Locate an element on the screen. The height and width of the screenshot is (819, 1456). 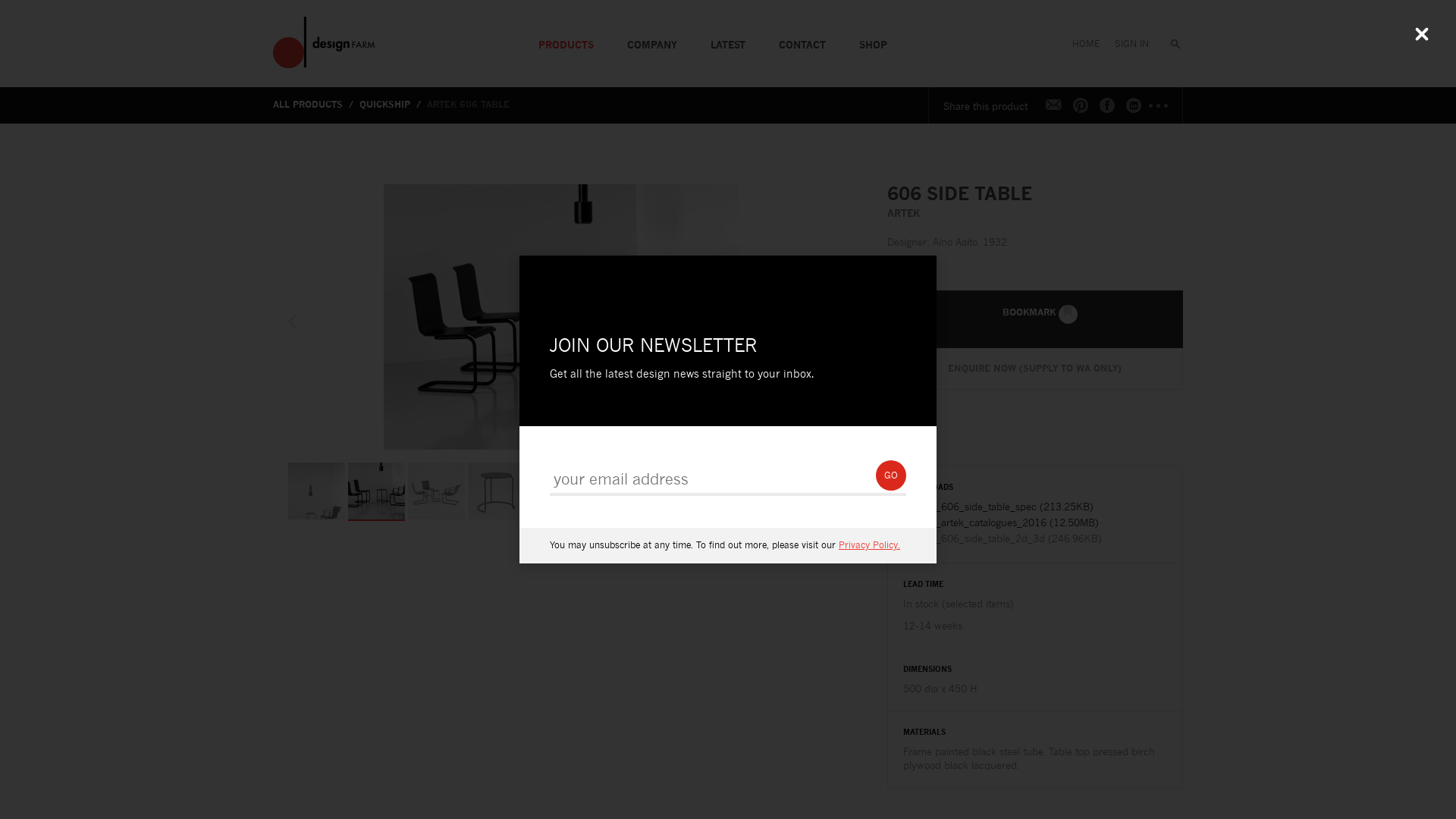
'BOOKMARK is located at coordinates (1034, 318).